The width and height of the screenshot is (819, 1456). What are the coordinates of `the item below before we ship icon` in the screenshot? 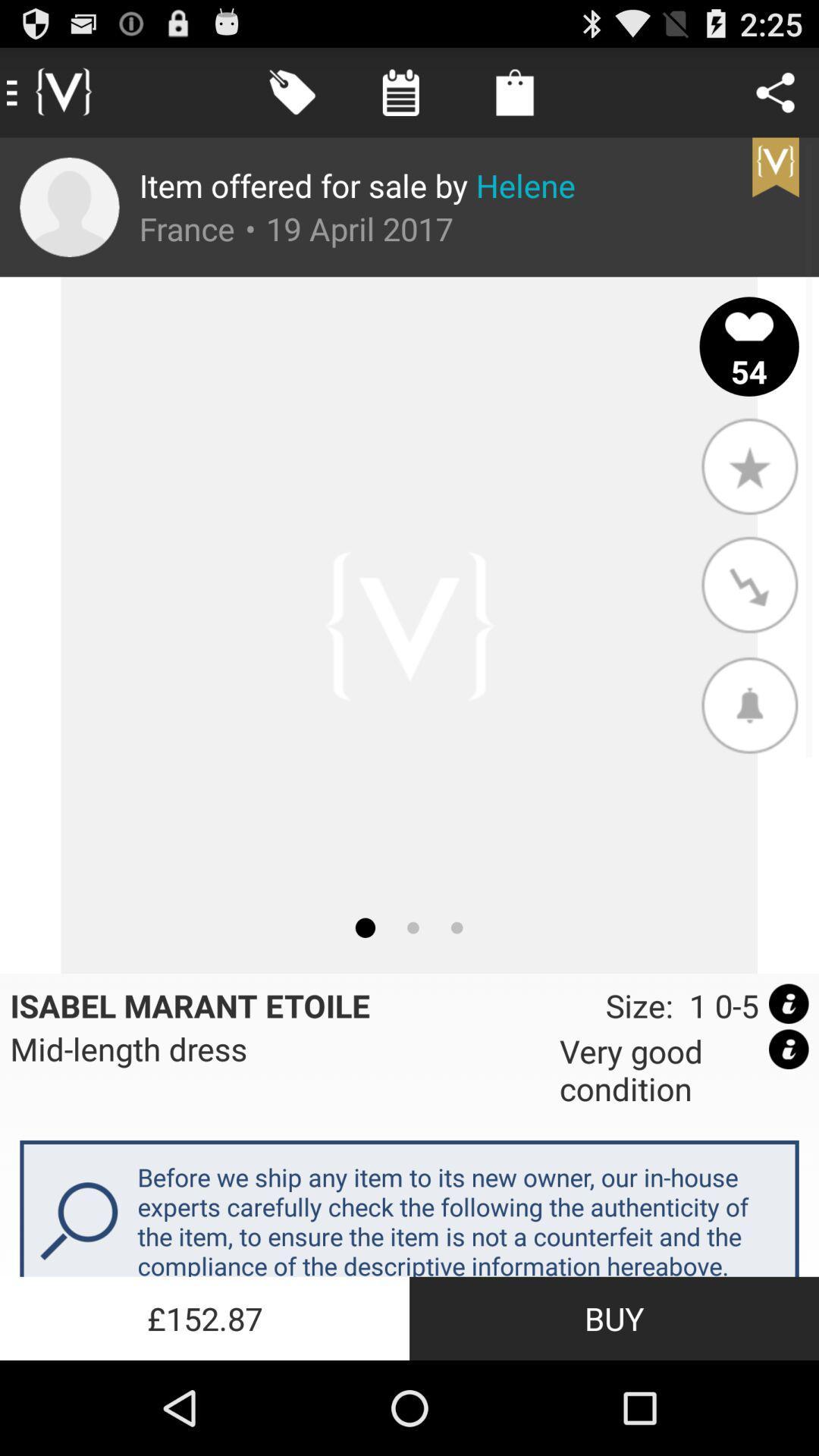 It's located at (614, 1317).